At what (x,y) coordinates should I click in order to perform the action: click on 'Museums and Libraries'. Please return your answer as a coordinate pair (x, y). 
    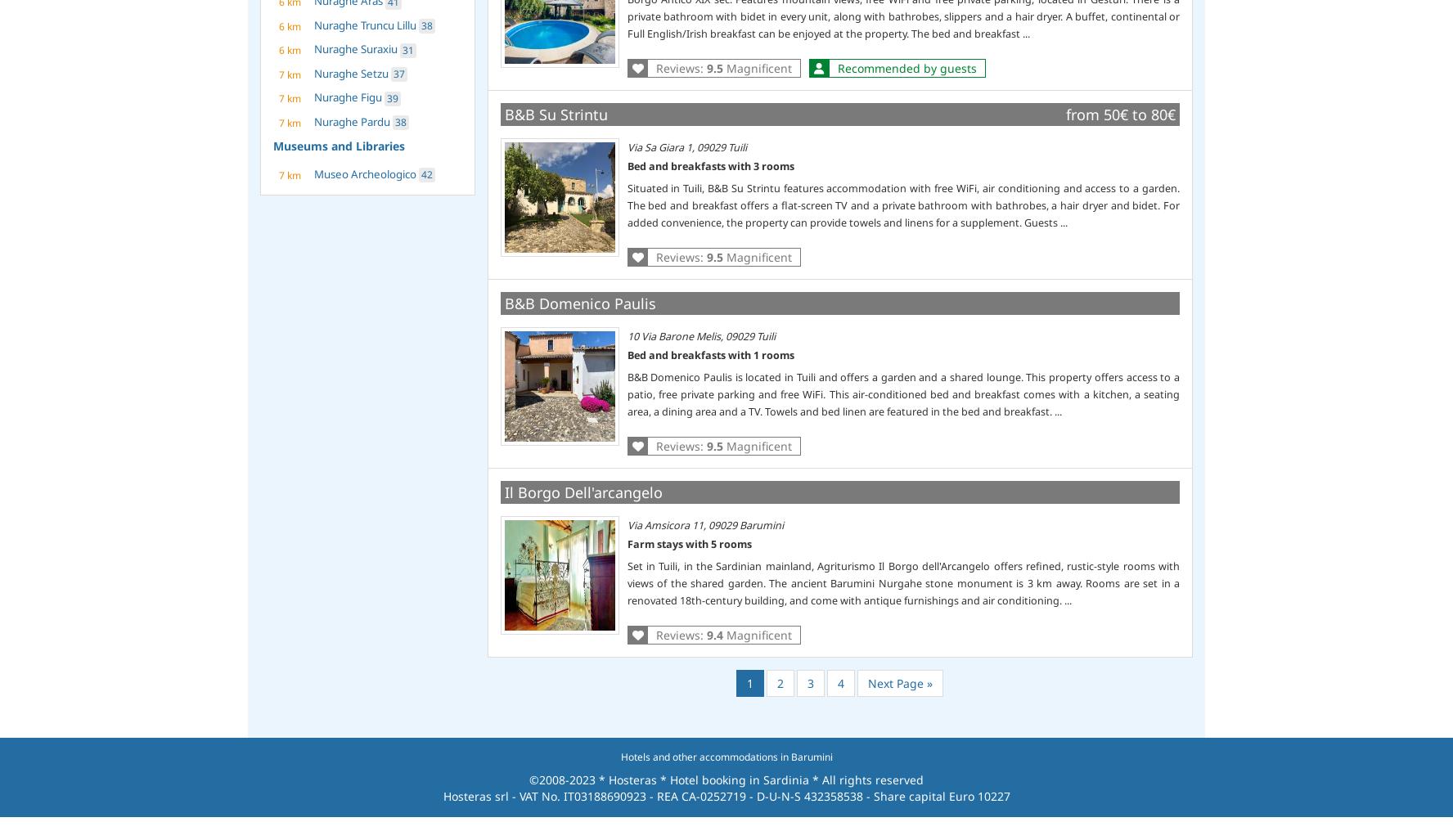
    Looking at the image, I should click on (339, 144).